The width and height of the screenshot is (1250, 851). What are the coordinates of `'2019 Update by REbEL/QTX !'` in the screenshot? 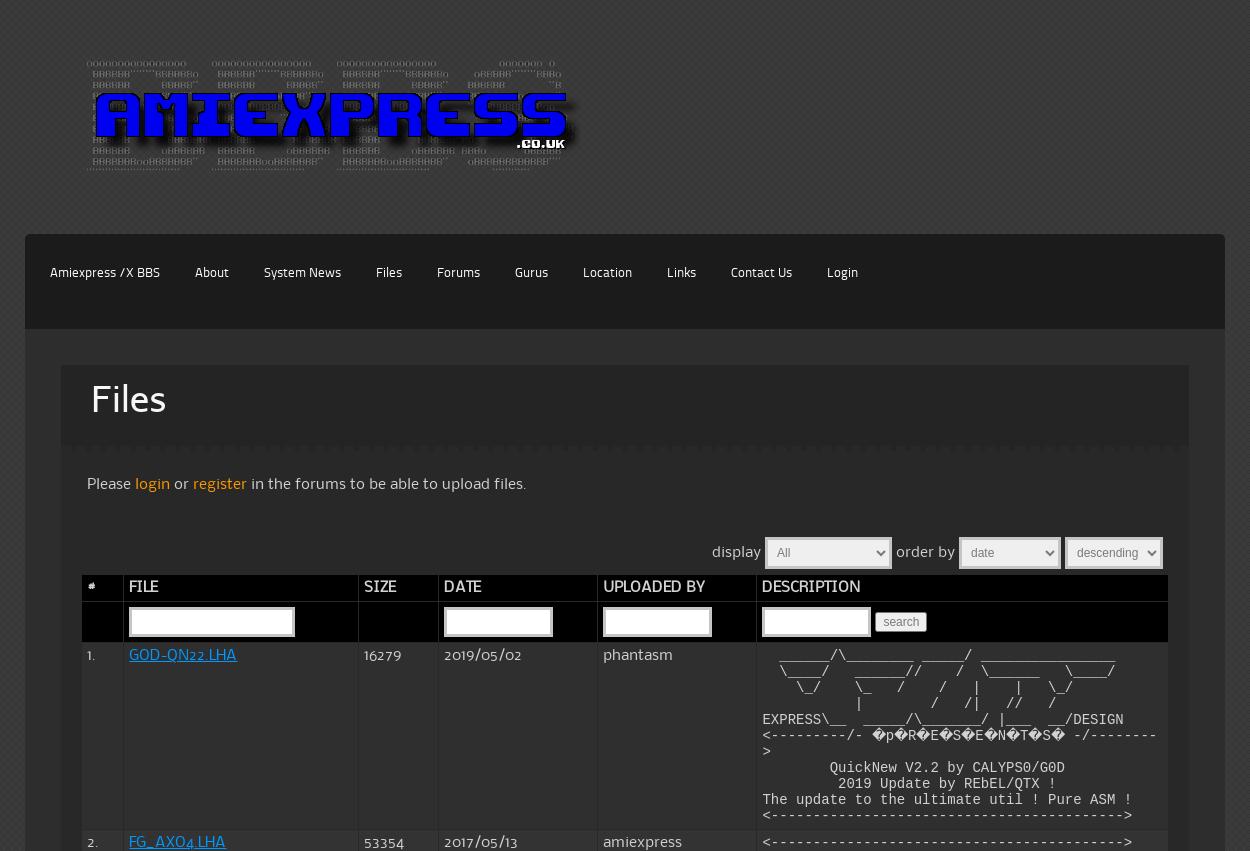 It's located at (909, 782).